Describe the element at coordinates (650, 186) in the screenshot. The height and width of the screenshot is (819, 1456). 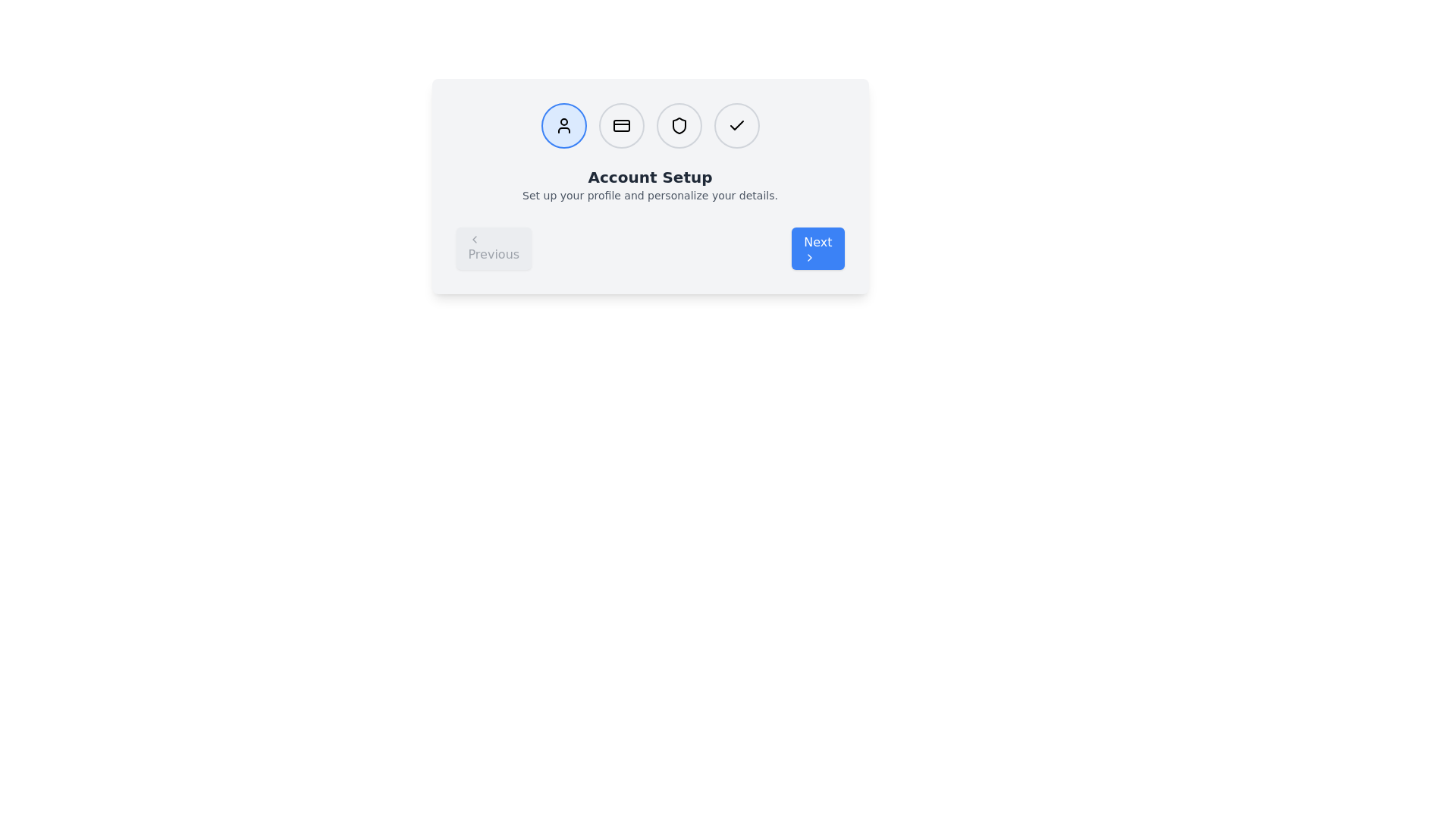
I see `the informational text block containing the heading 'Account Setup' and description 'Set up your profile and personalize your details.'` at that location.